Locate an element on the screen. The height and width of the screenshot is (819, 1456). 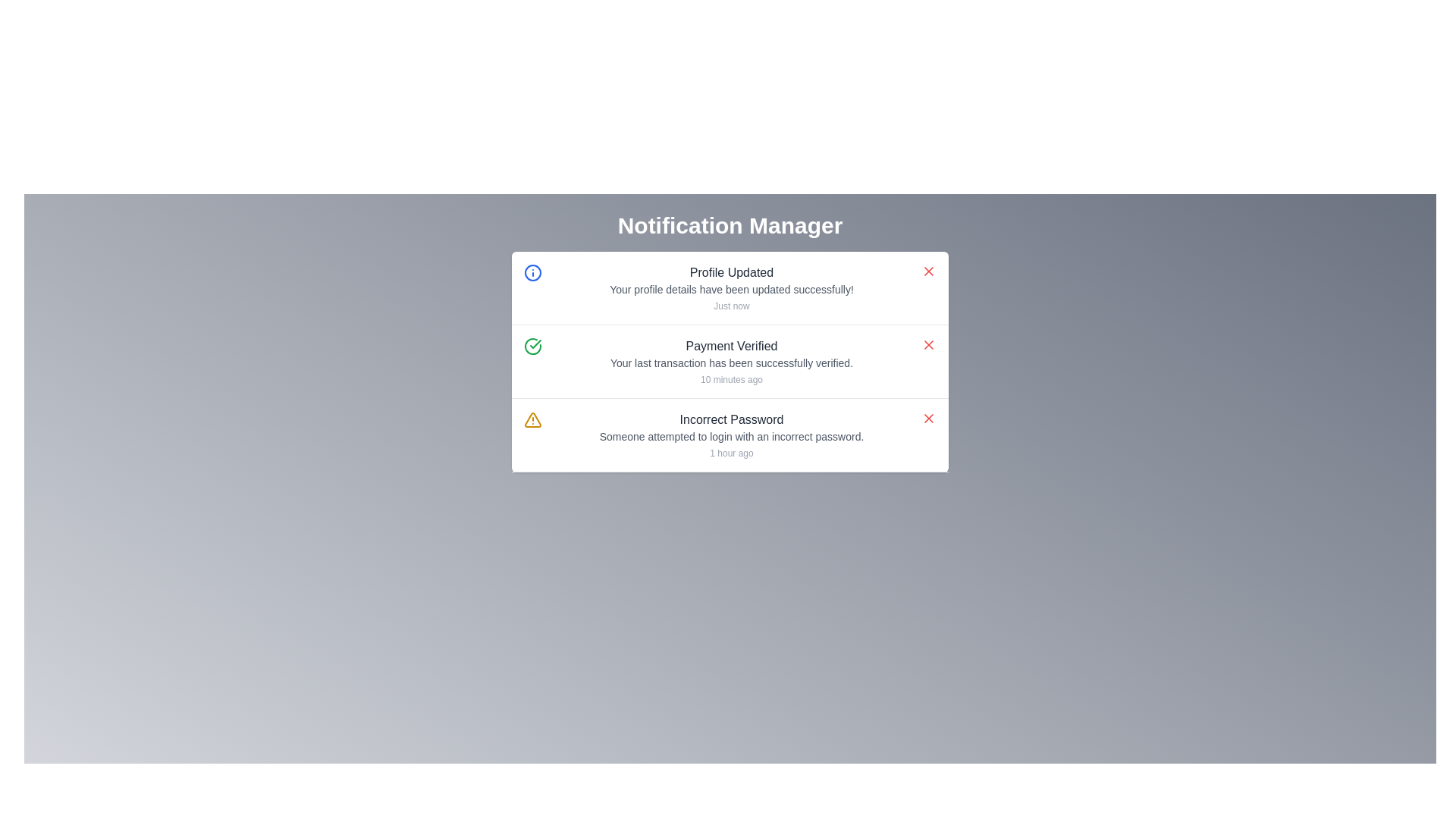
the timestamp text label that indicates when the associated notification was generated or last updated, positioned centrally within the notification card section of the interface is located at coordinates (731, 452).